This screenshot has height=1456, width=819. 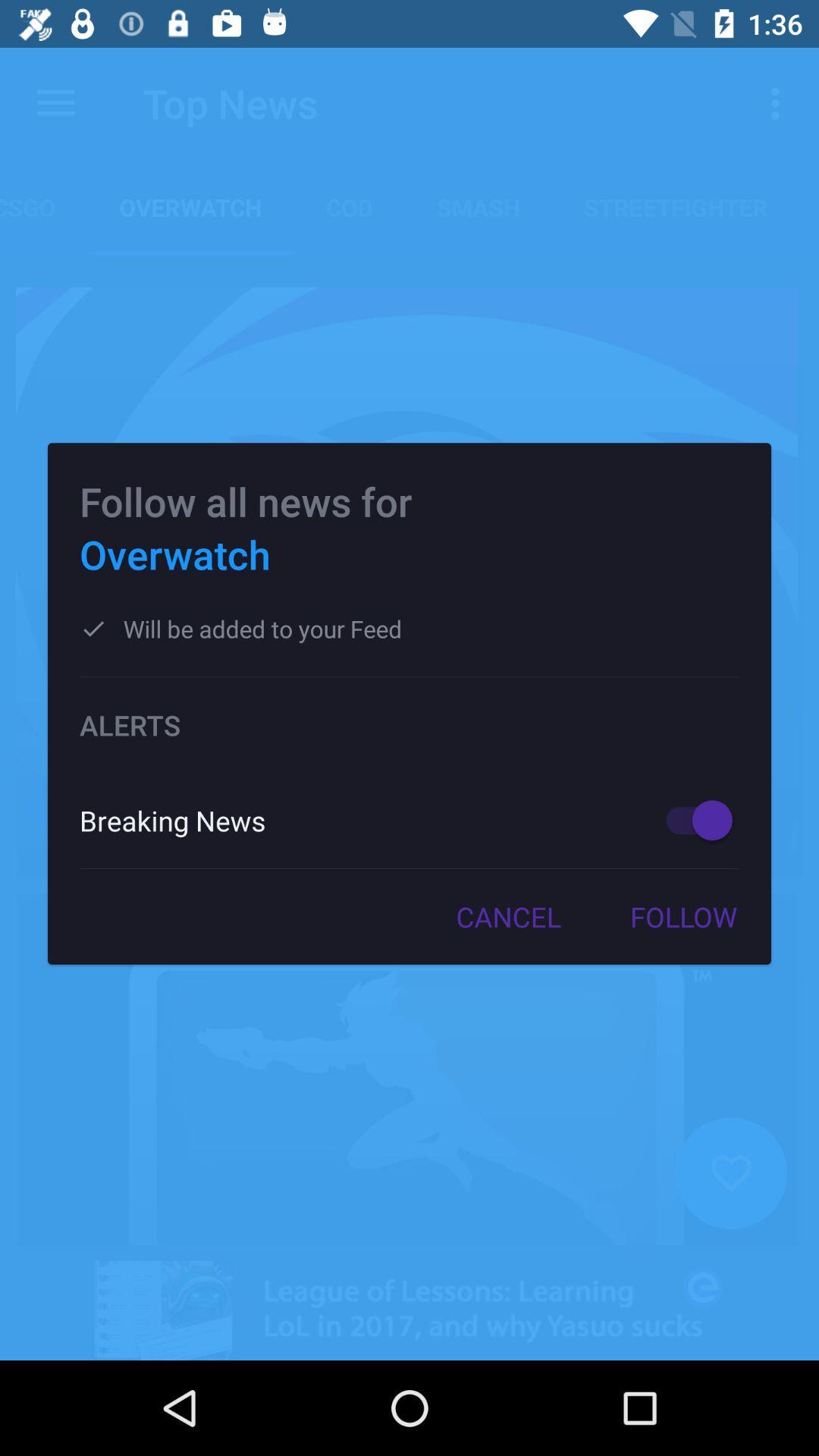 I want to click on breaking news option, so click(x=692, y=819).